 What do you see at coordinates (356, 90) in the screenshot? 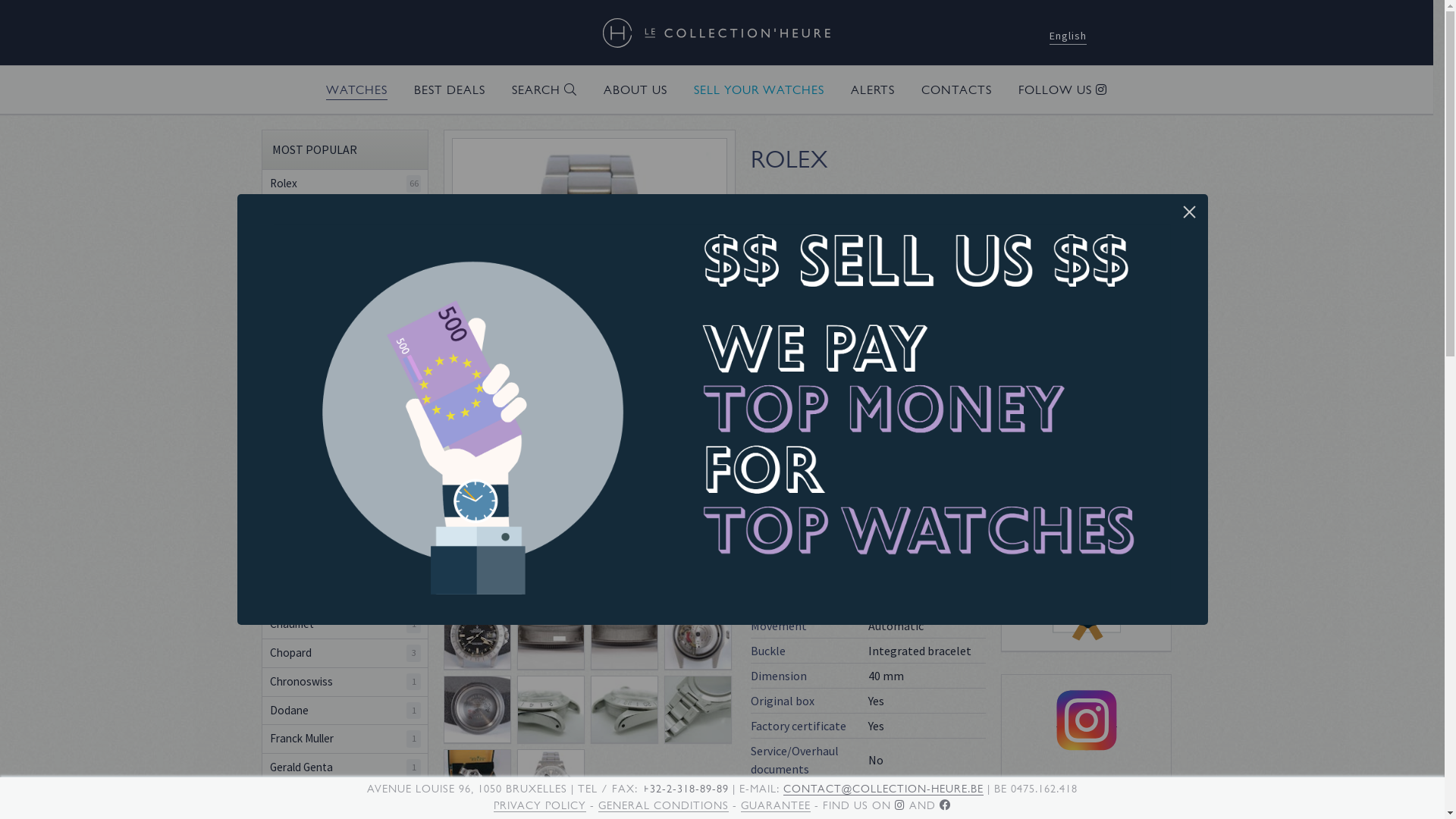
I see `'WATCHES'` at bounding box center [356, 90].